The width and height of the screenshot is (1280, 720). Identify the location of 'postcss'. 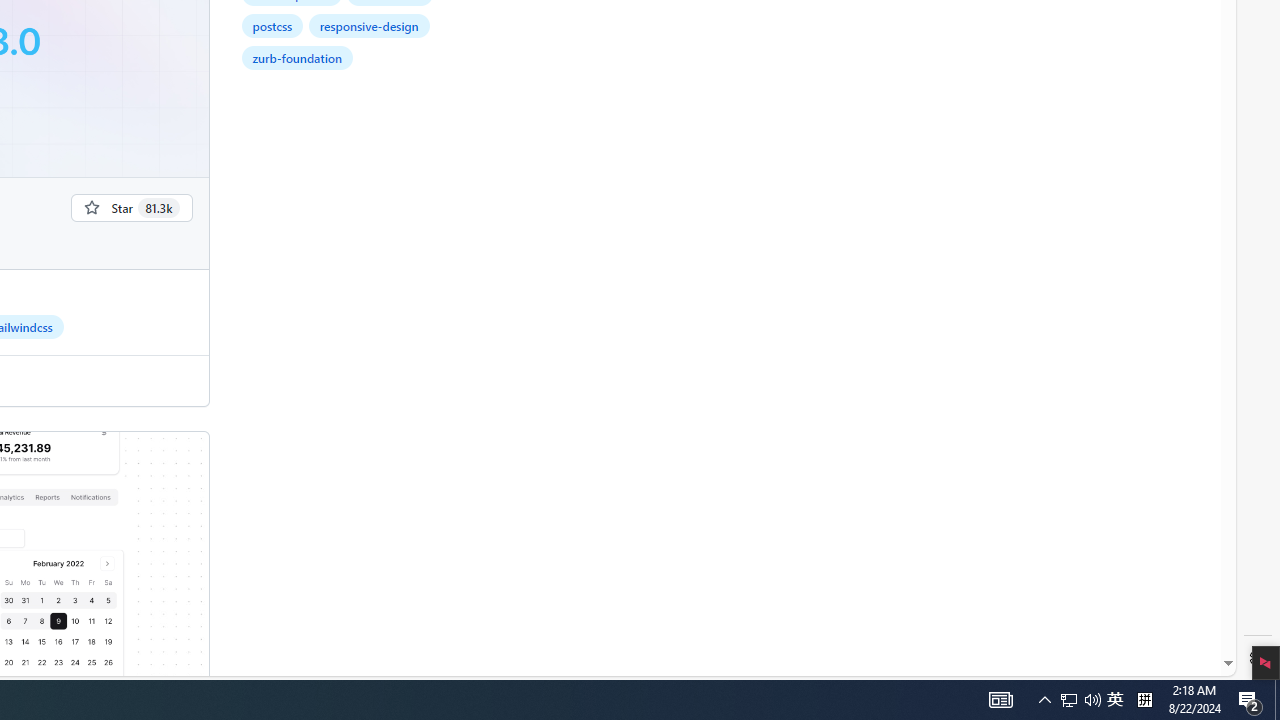
(271, 25).